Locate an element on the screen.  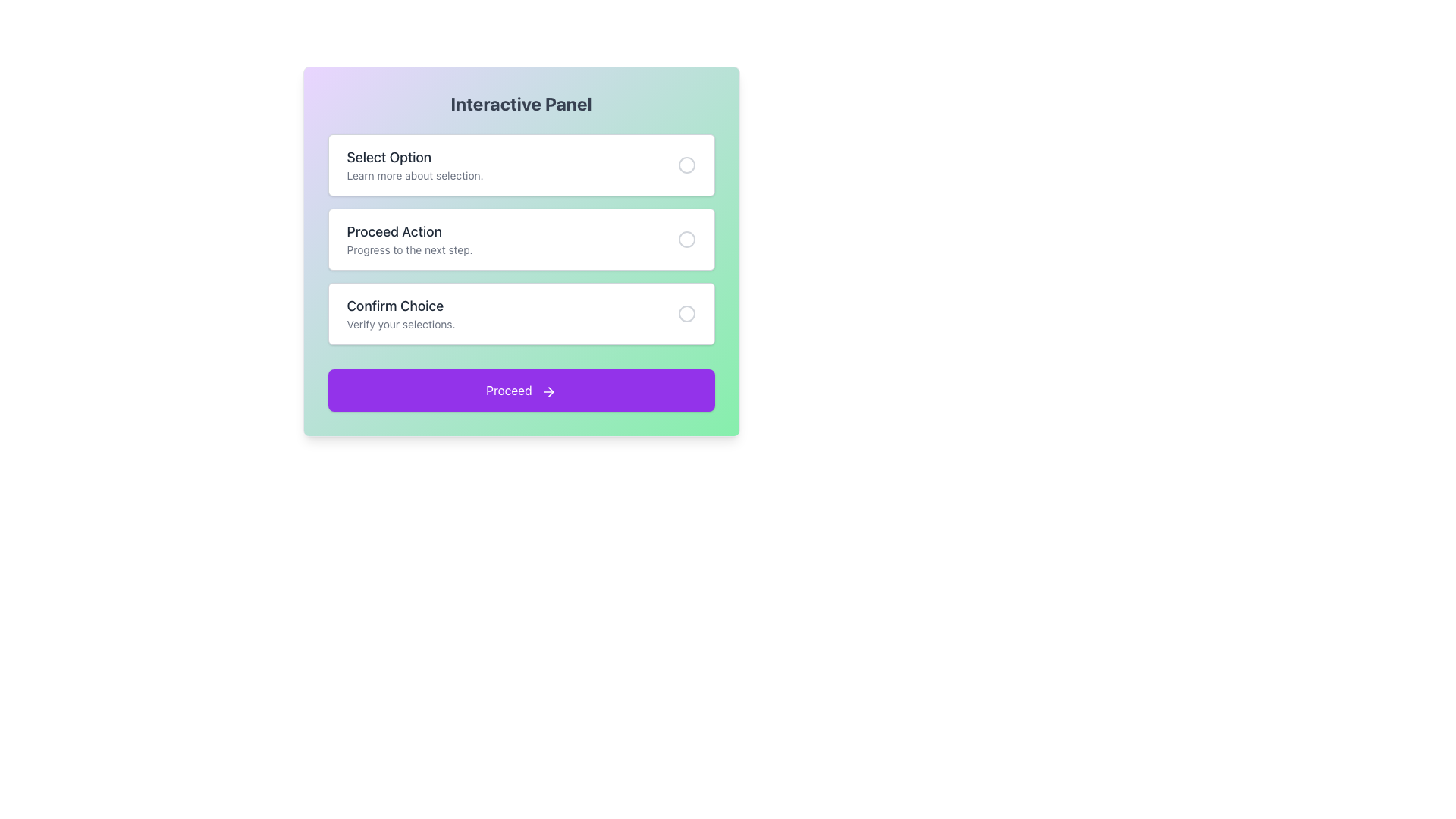
the text element that reads 'Verify your selections.' which is styled in small gray font and positioned below the heading 'Confirm Choice' is located at coordinates (400, 324).